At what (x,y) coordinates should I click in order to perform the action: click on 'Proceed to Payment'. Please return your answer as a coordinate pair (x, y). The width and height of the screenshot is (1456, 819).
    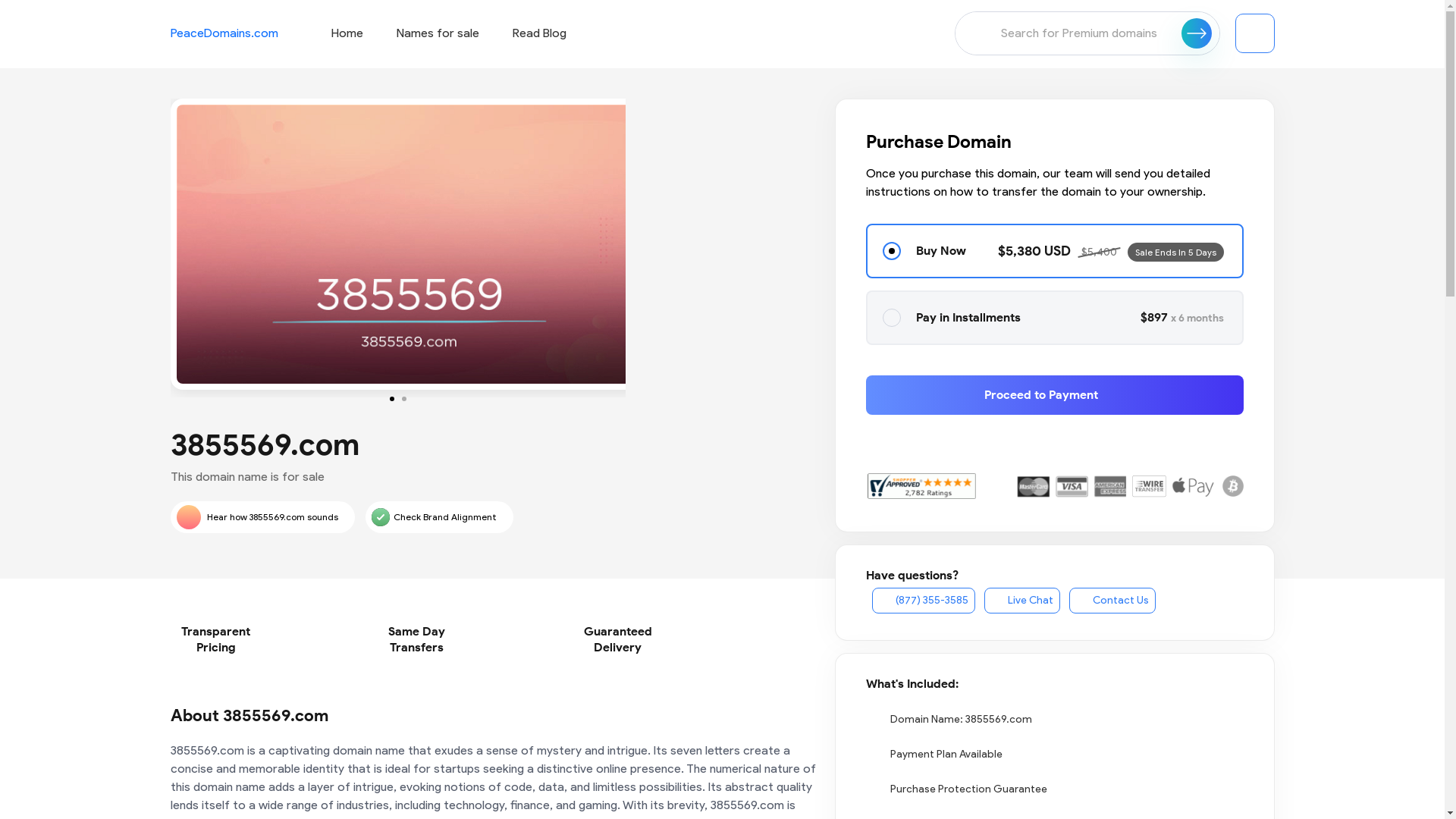
    Looking at the image, I should click on (1054, 394).